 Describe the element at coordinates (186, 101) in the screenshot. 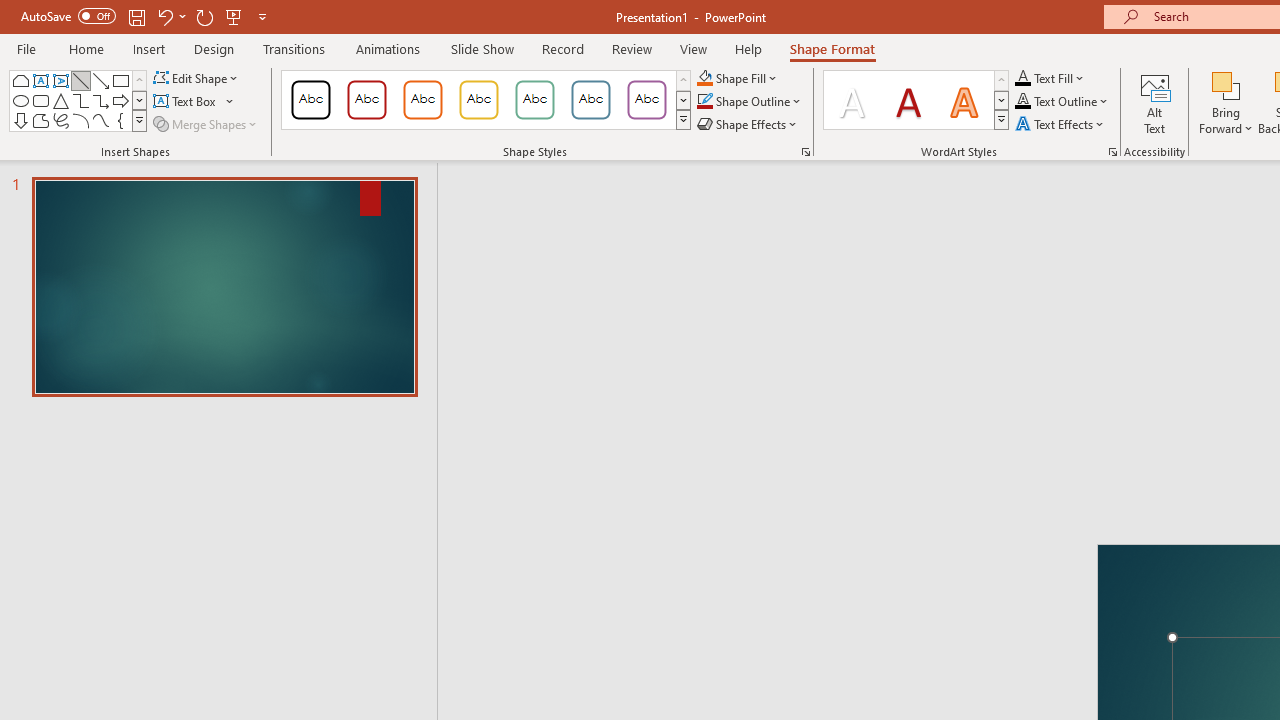

I see `'Draw Horizontal Text Box'` at that location.